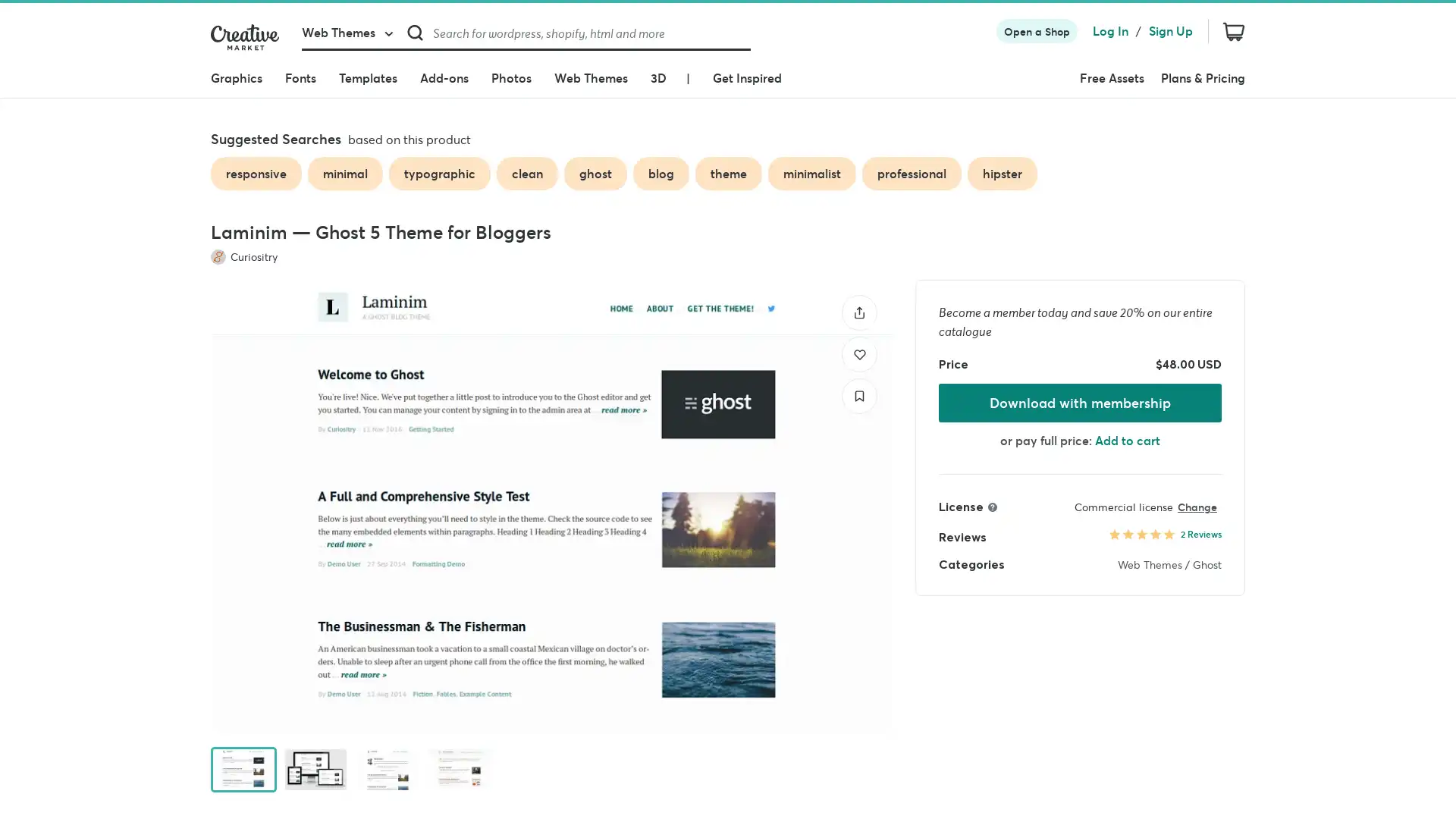 The height and width of the screenshot is (819, 1456). Describe the element at coordinates (1079, 401) in the screenshot. I see `Download with membership` at that location.